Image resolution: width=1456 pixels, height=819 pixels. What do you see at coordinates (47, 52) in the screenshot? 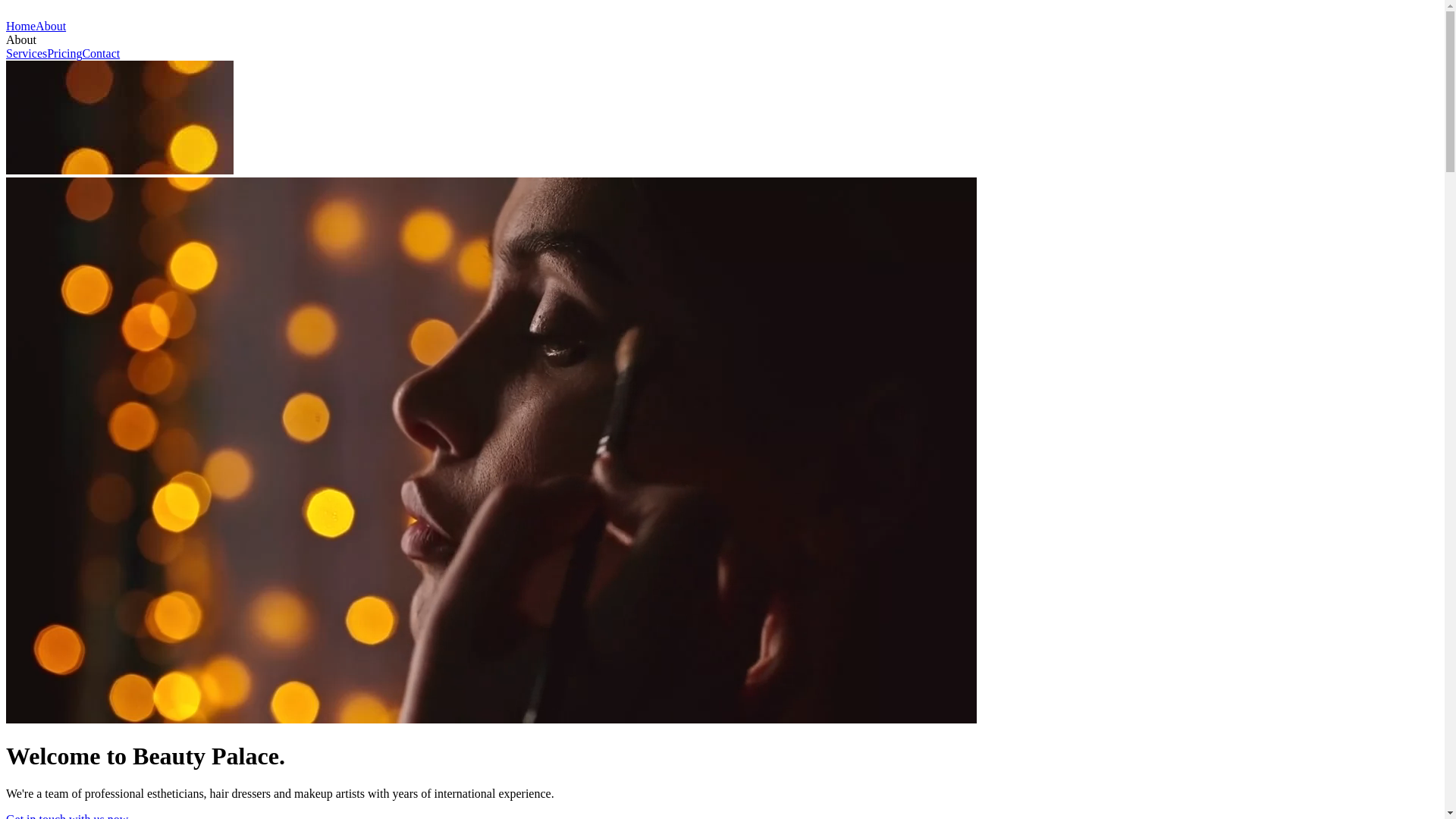
I see `'Pricing'` at bounding box center [47, 52].